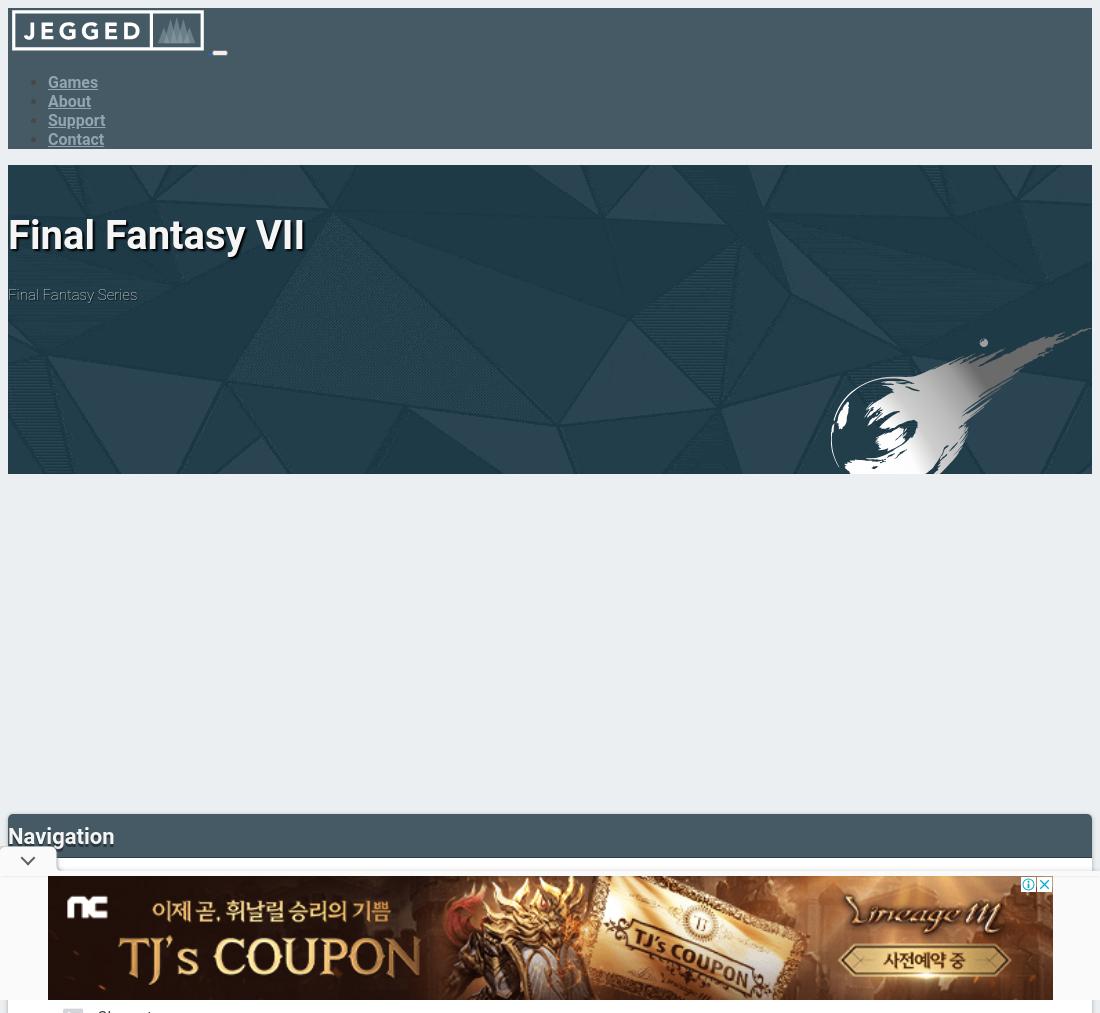 This screenshot has width=1100, height=1013. I want to click on 'Navigation', so click(60, 834).